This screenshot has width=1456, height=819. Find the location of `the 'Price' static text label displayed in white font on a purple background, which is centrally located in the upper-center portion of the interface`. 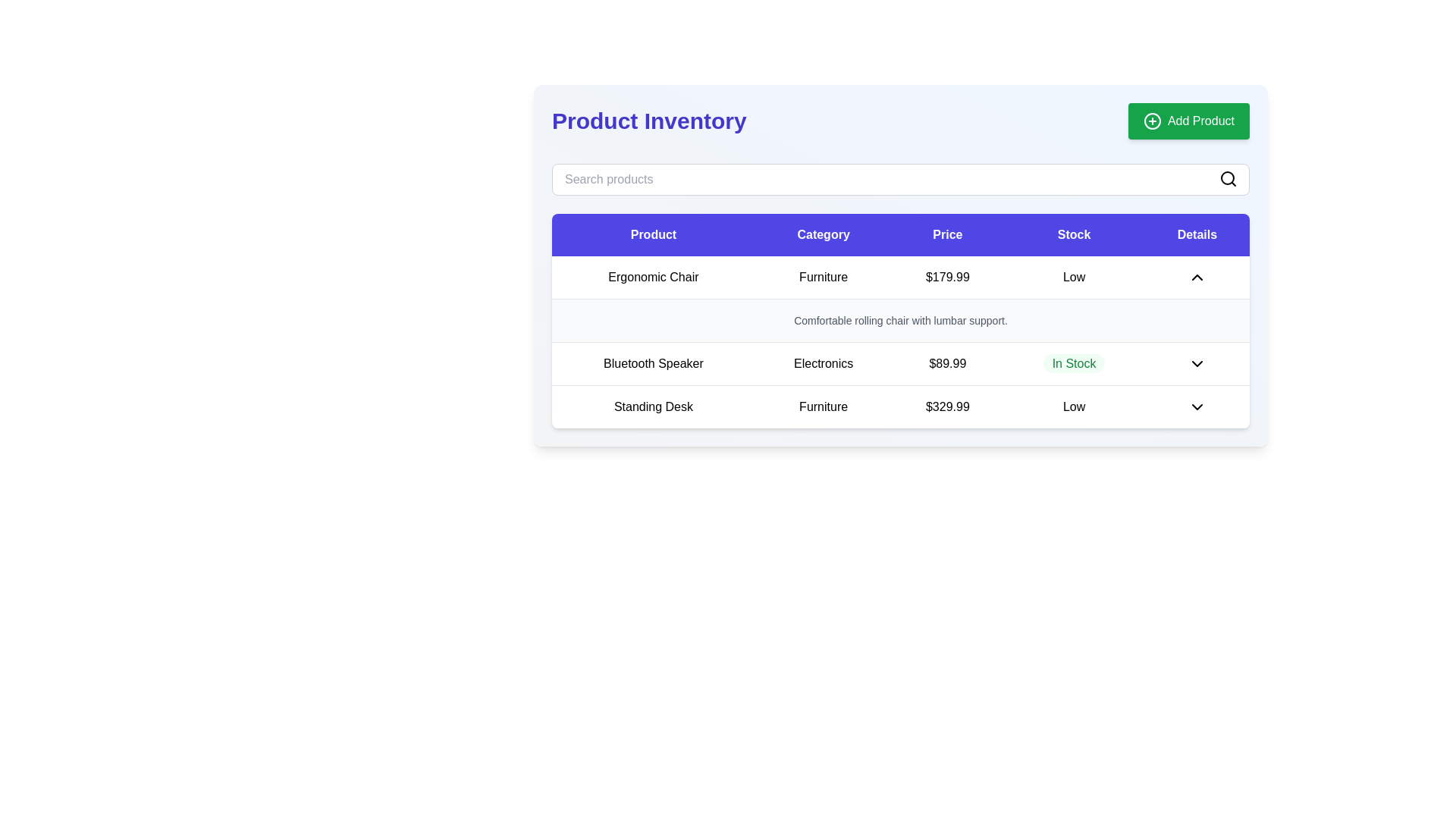

the 'Price' static text label displayed in white font on a purple background, which is centrally located in the upper-center portion of the interface is located at coordinates (946, 234).